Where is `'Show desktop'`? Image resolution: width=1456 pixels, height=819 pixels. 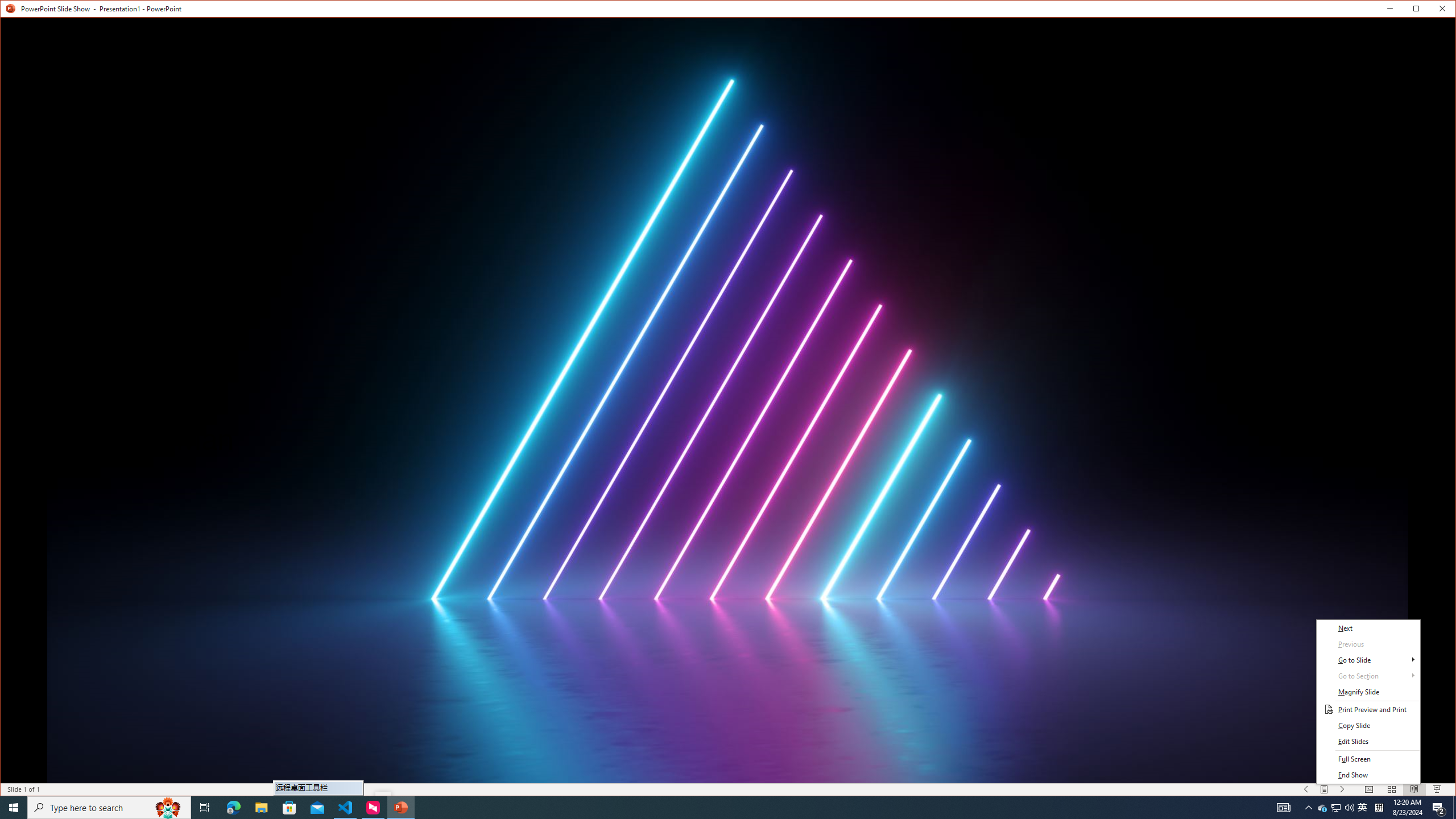 'Show desktop' is located at coordinates (1454, 806).